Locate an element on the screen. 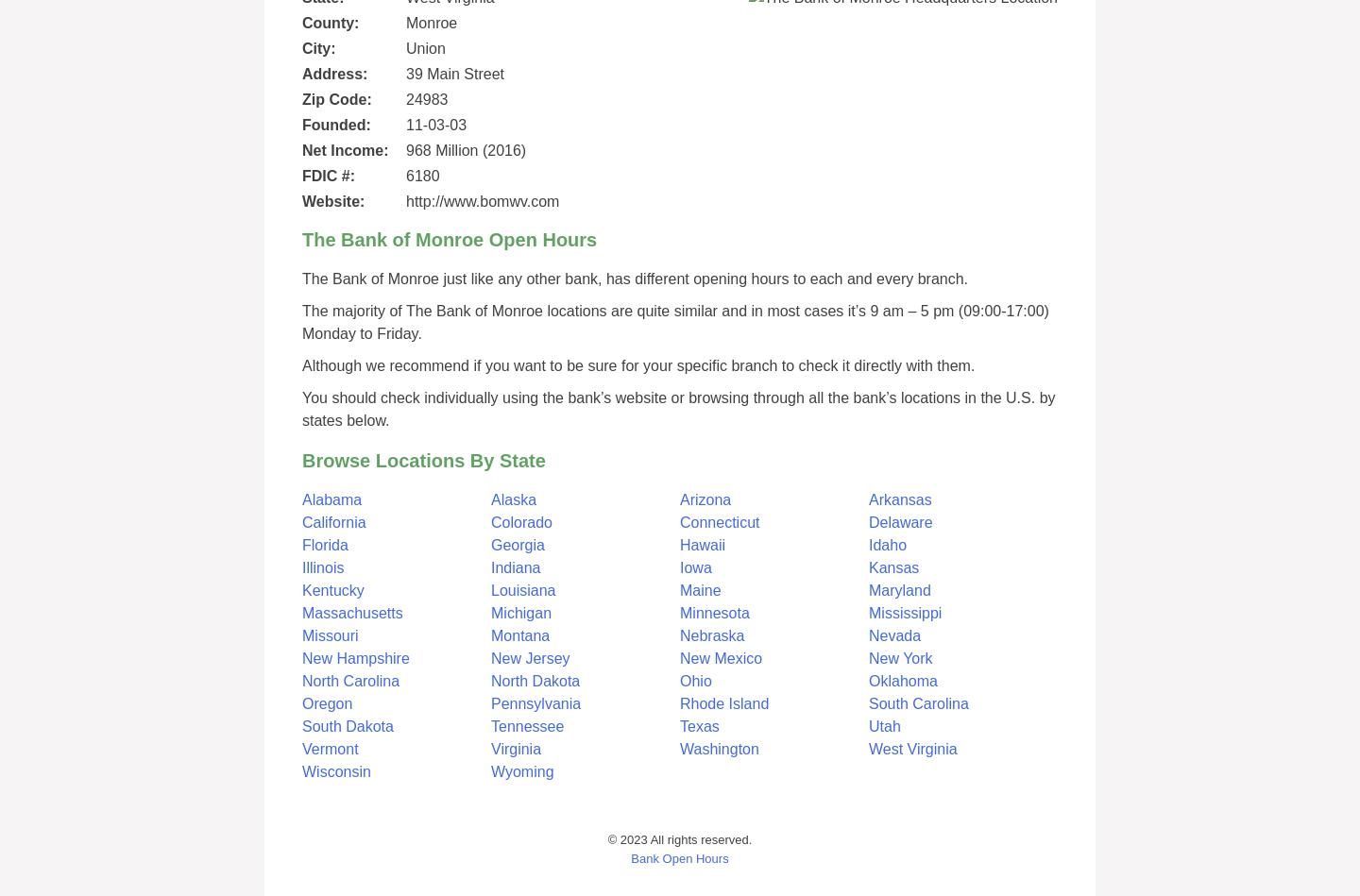 The image size is (1360, 896). 'Rhode Island' is located at coordinates (722, 703).